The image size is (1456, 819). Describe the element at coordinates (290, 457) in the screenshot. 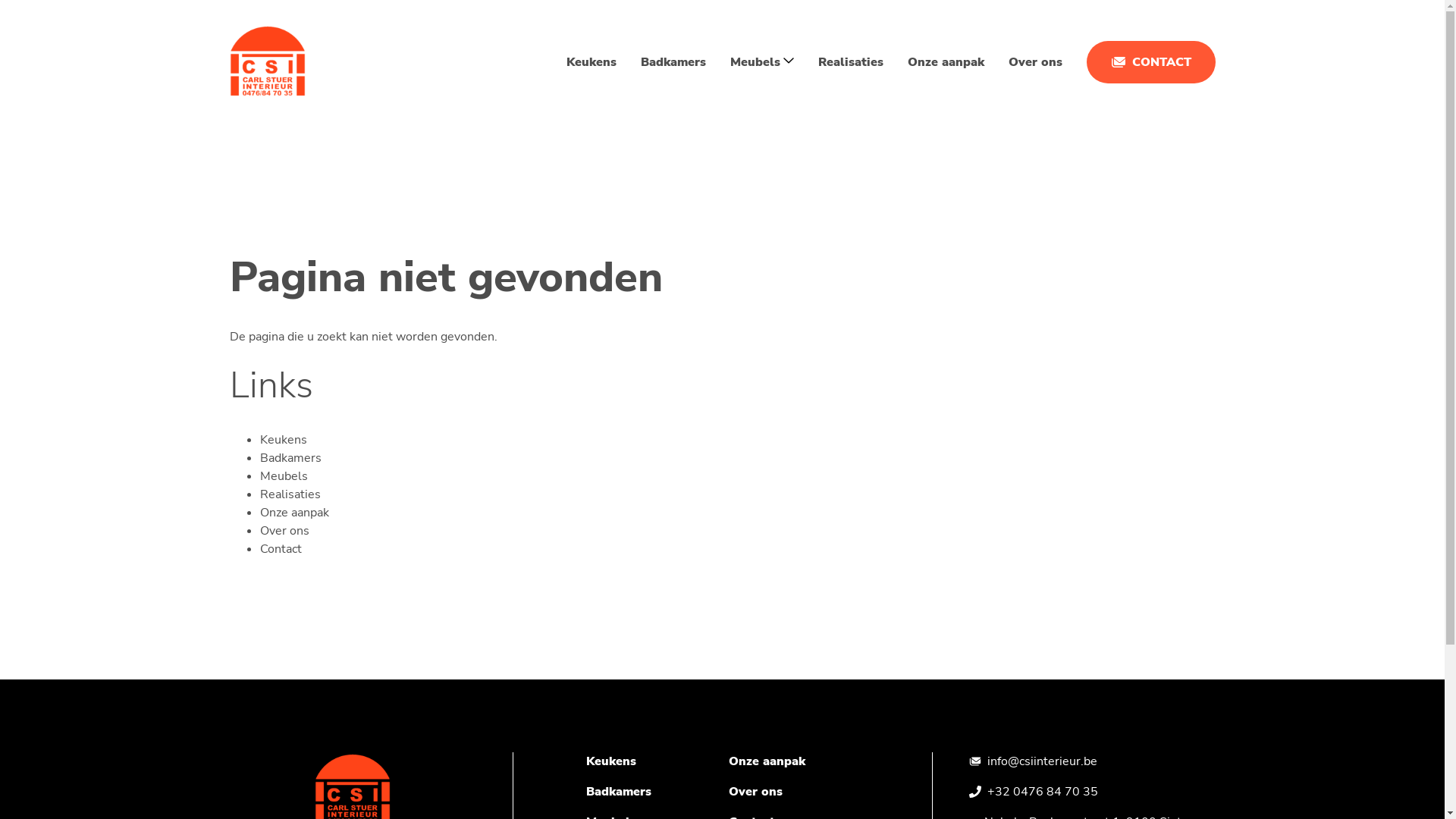

I see `'Badkamers'` at that location.